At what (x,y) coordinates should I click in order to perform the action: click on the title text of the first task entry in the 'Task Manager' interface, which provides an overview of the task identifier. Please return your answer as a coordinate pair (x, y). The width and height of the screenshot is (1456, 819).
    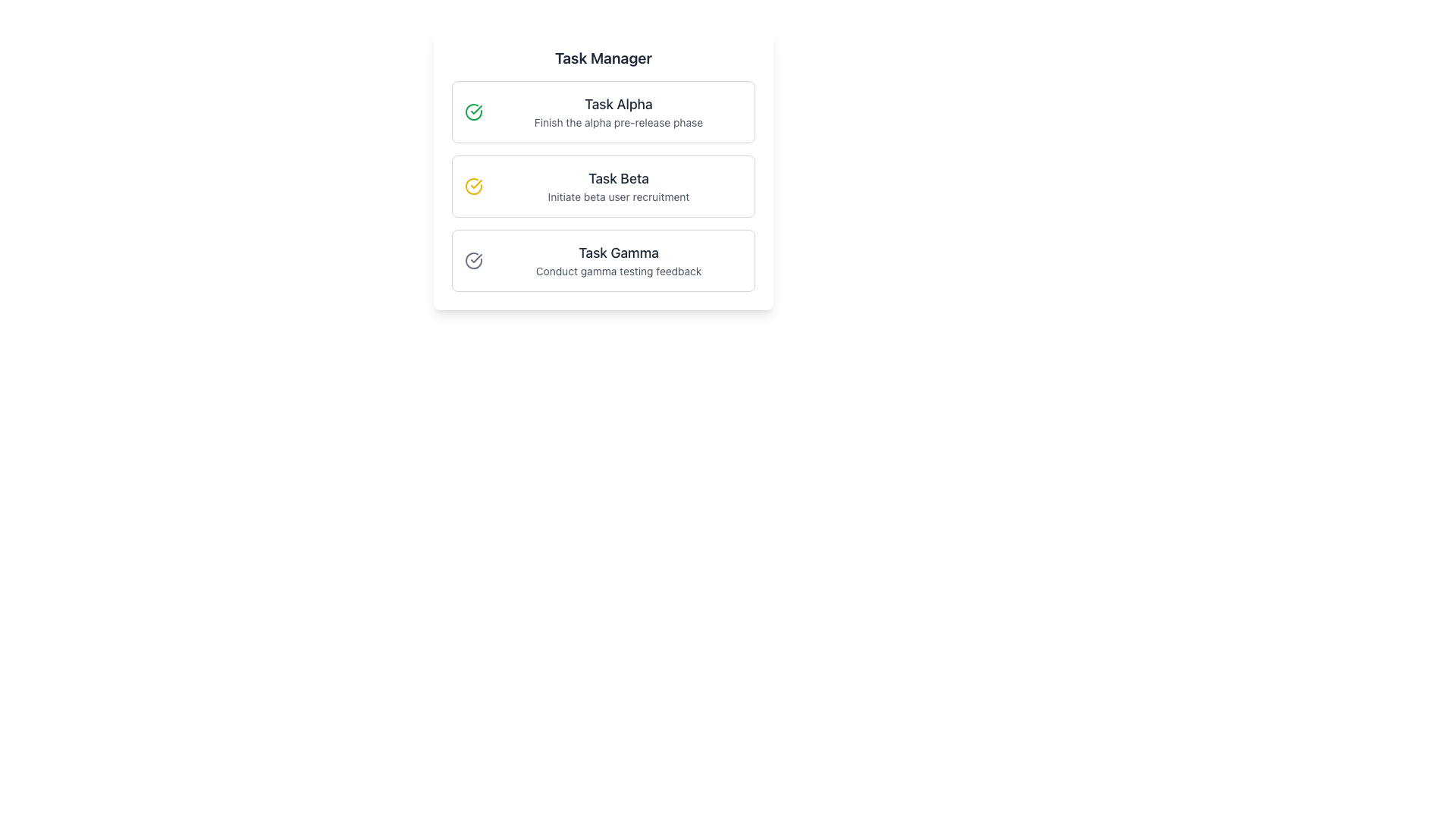
    Looking at the image, I should click on (619, 104).